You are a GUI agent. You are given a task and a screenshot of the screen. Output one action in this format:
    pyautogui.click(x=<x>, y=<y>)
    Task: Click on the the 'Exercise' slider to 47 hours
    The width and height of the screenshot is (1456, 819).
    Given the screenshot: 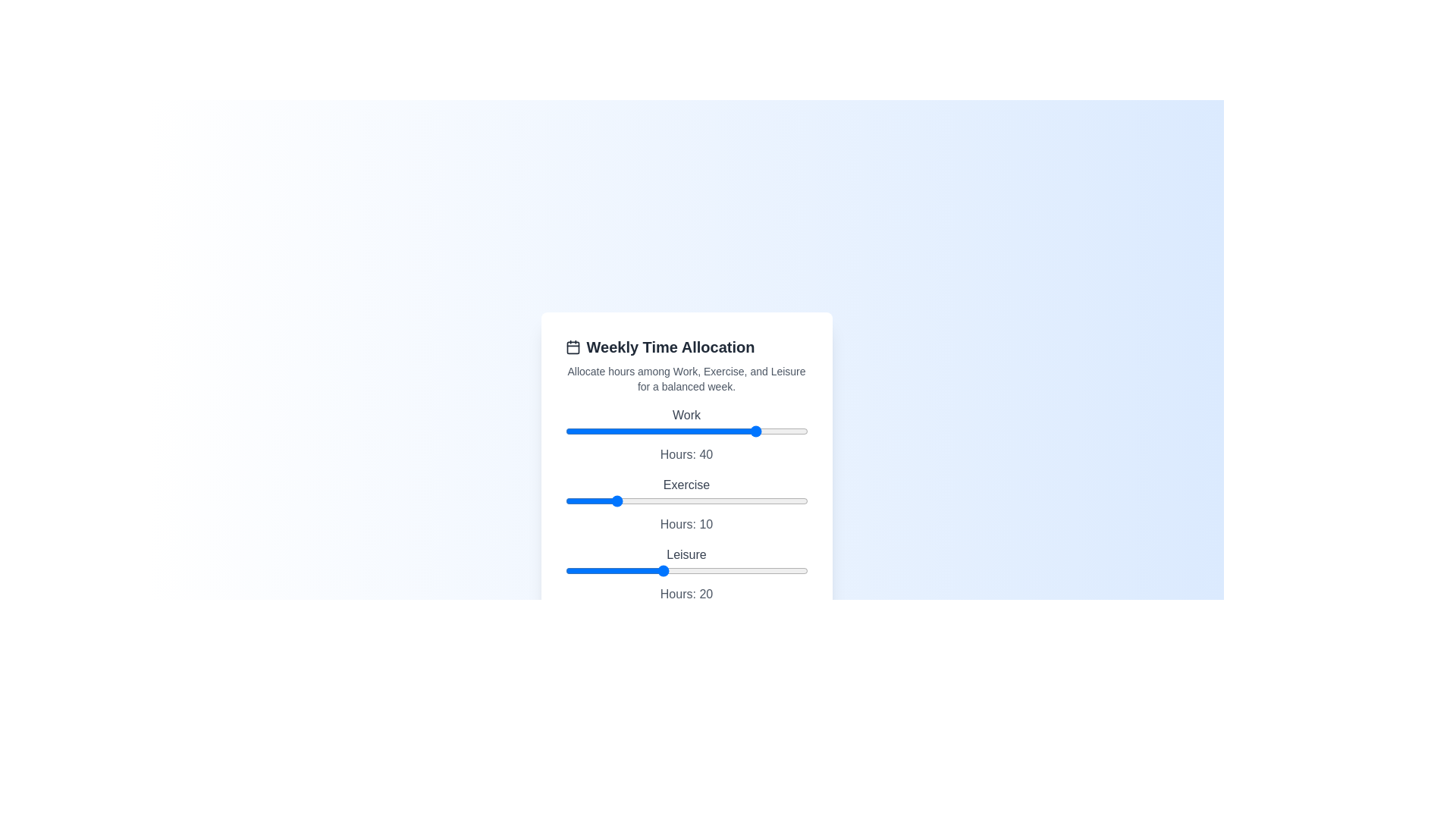 What is the action you would take?
    pyautogui.click(x=792, y=500)
    